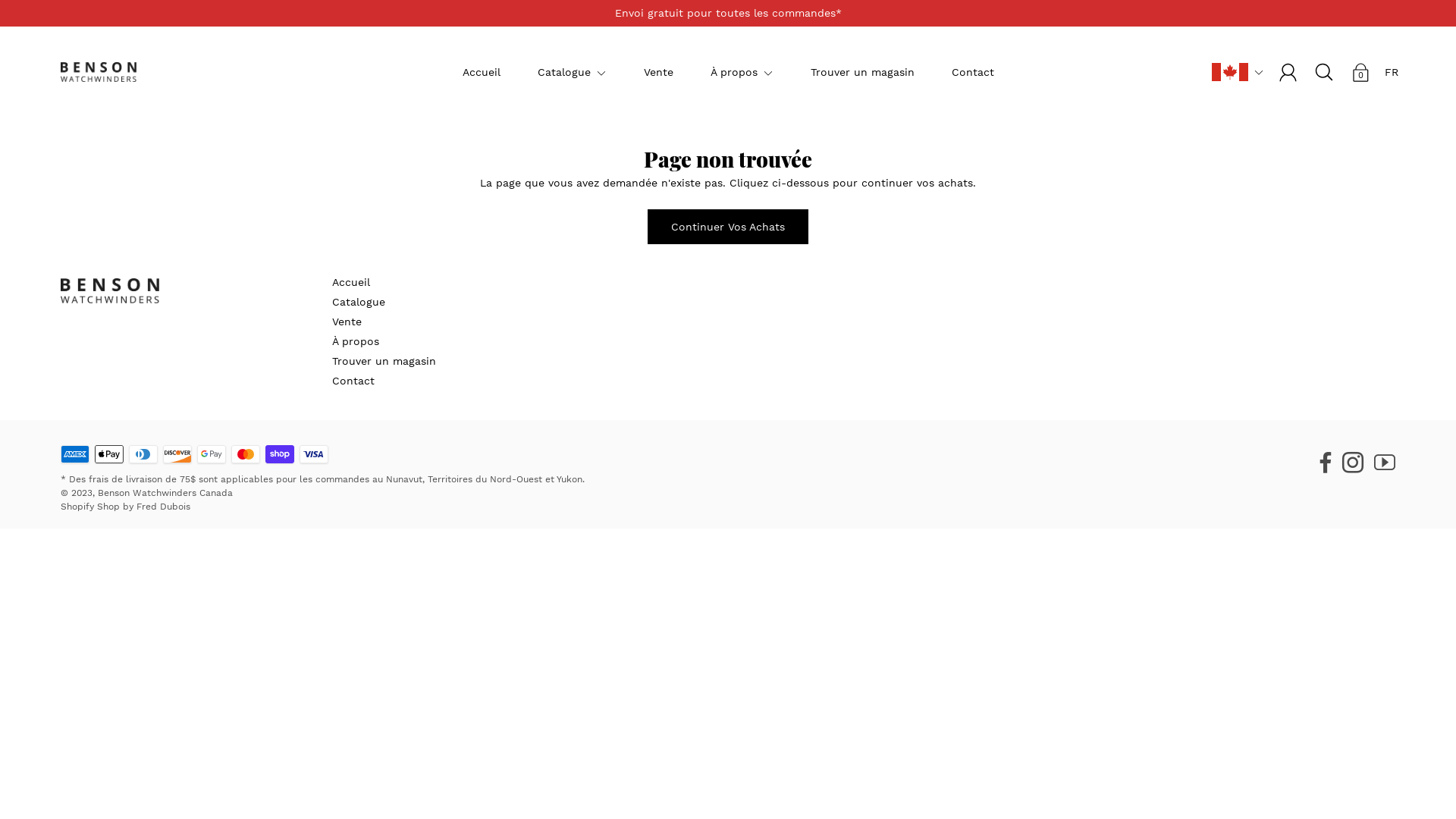 The height and width of the screenshot is (819, 1456). What do you see at coordinates (1360, 72) in the screenshot?
I see `'0'` at bounding box center [1360, 72].